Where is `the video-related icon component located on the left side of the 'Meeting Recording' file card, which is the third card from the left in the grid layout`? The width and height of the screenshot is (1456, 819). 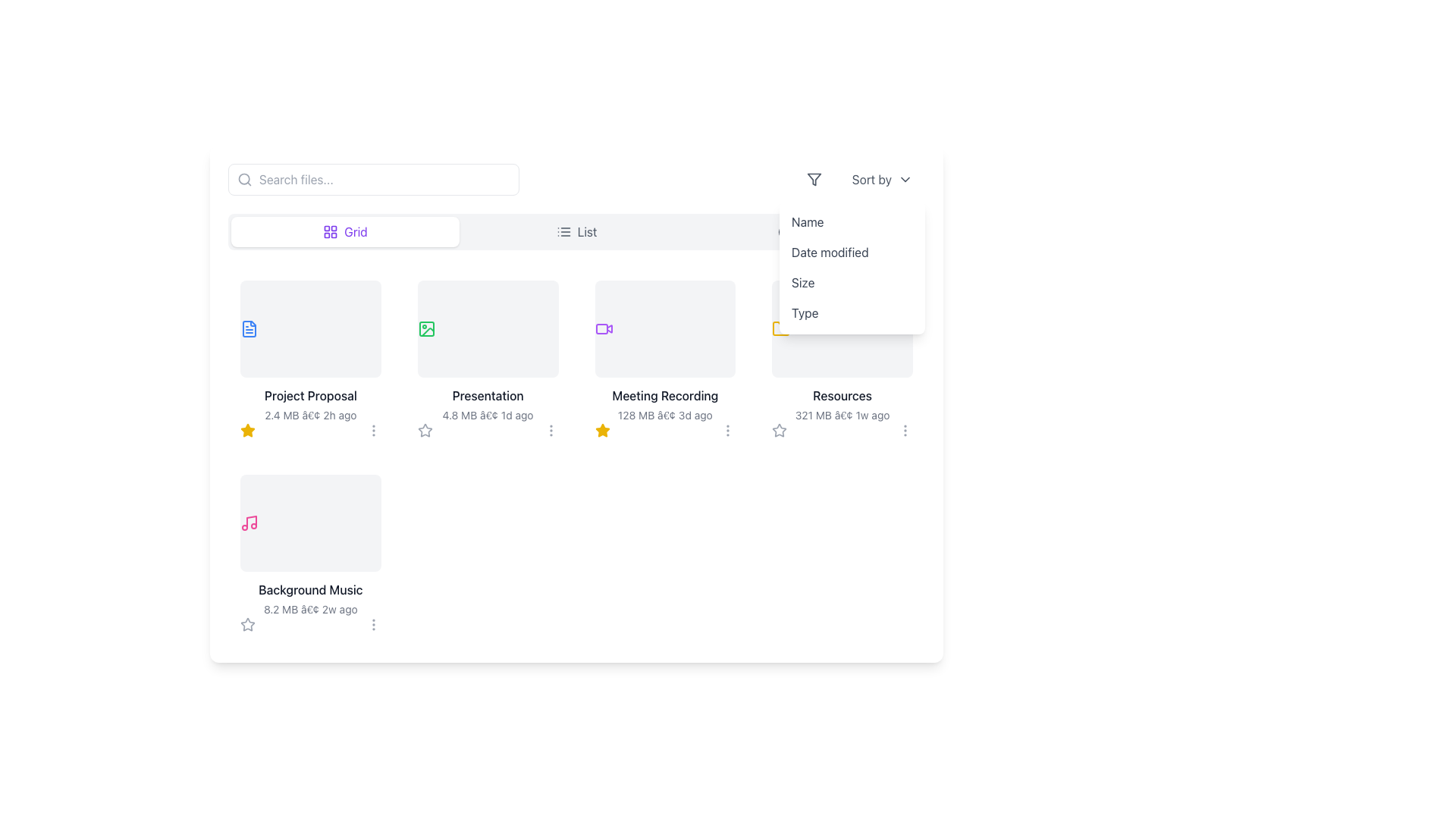
the video-related icon component located on the left side of the 'Meeting Recording' file card, which is the third card from the left in the grid layout is located at coordinates (601, 328).